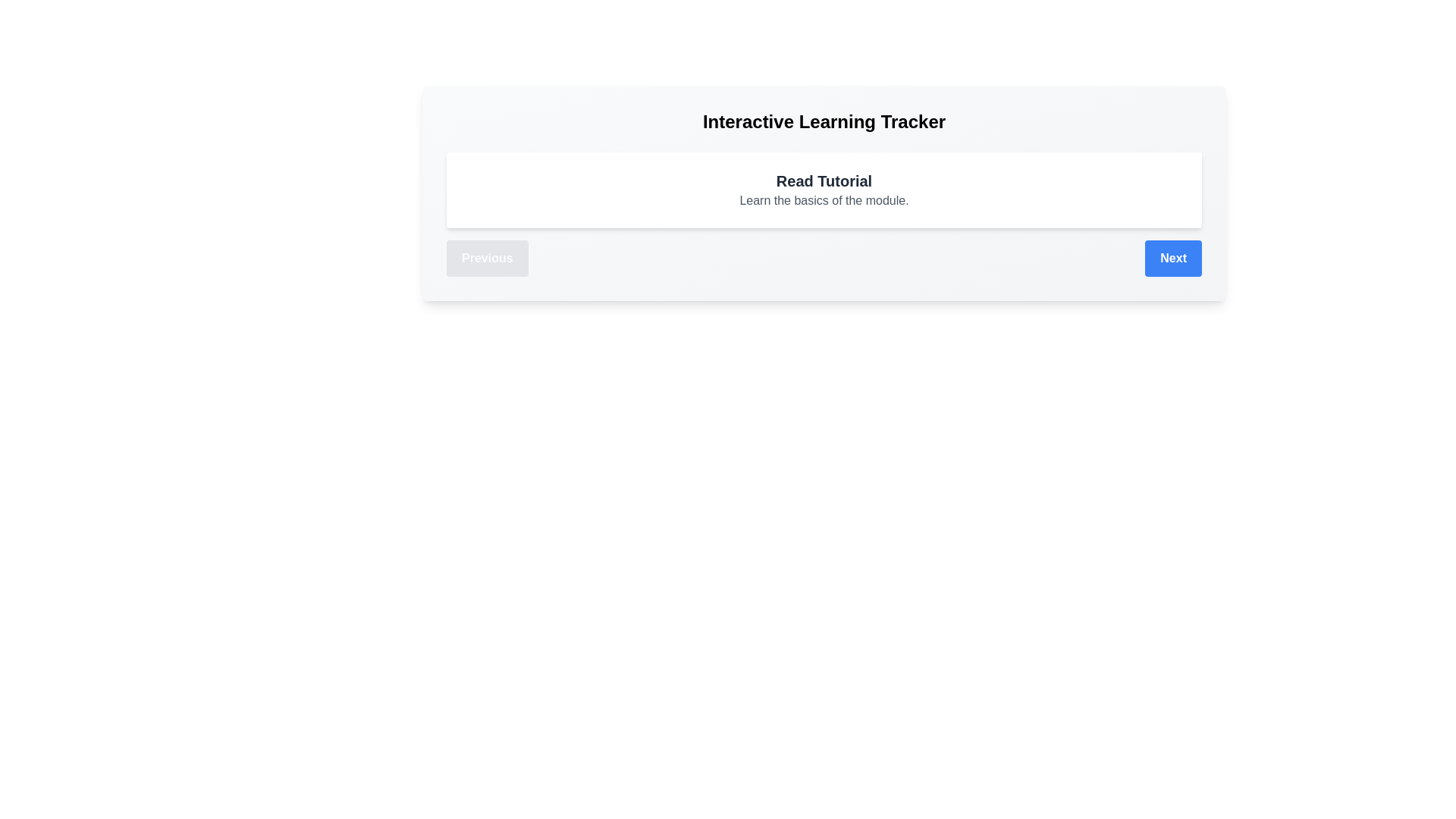  What do you see at coordinates (1172, 257) in the screenshot?
I see `'Next' button to proceed to the next stage` at bounding box center [1172, 257].